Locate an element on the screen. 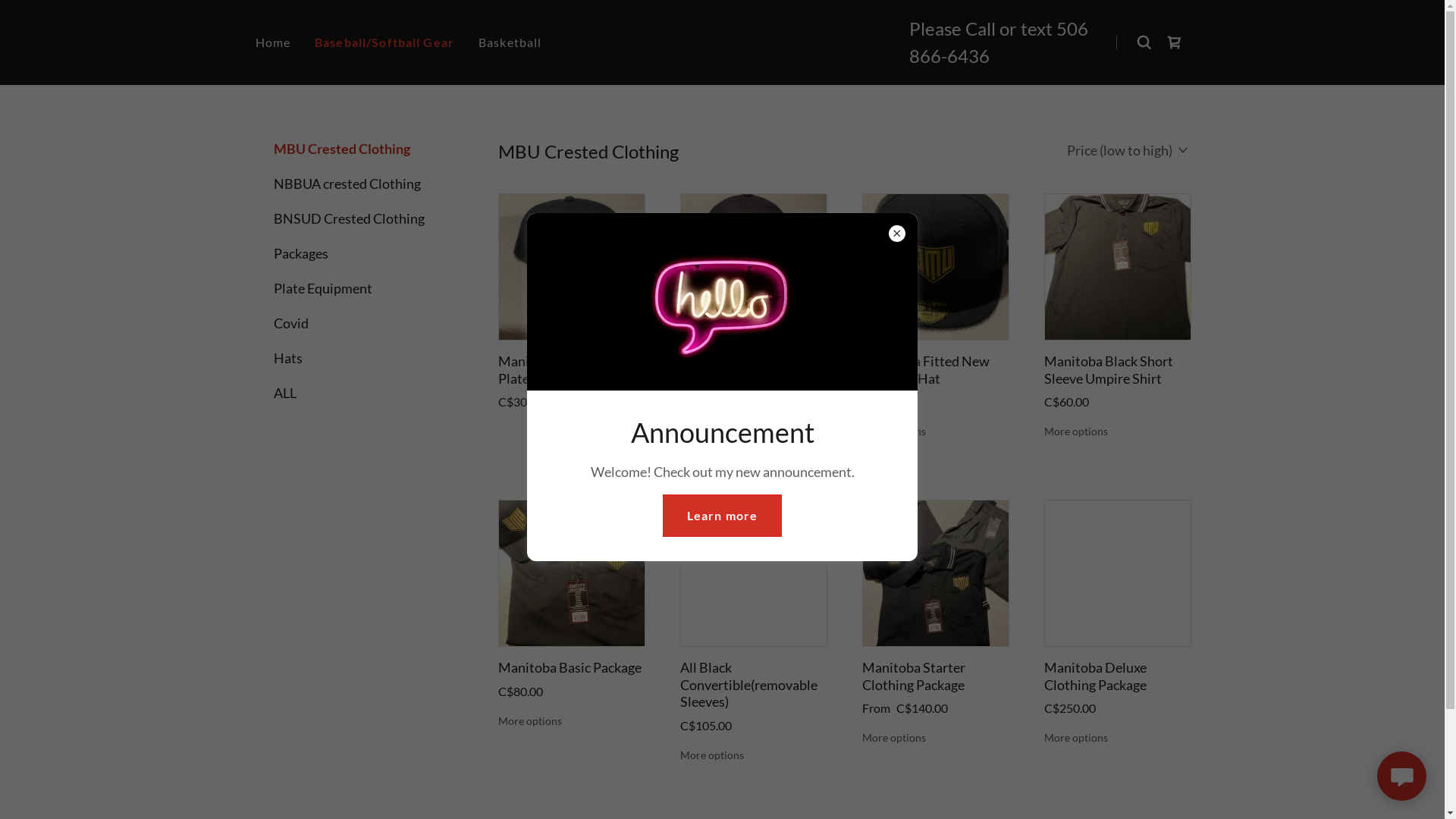  'Packages' is located at coordinates (356, 253).